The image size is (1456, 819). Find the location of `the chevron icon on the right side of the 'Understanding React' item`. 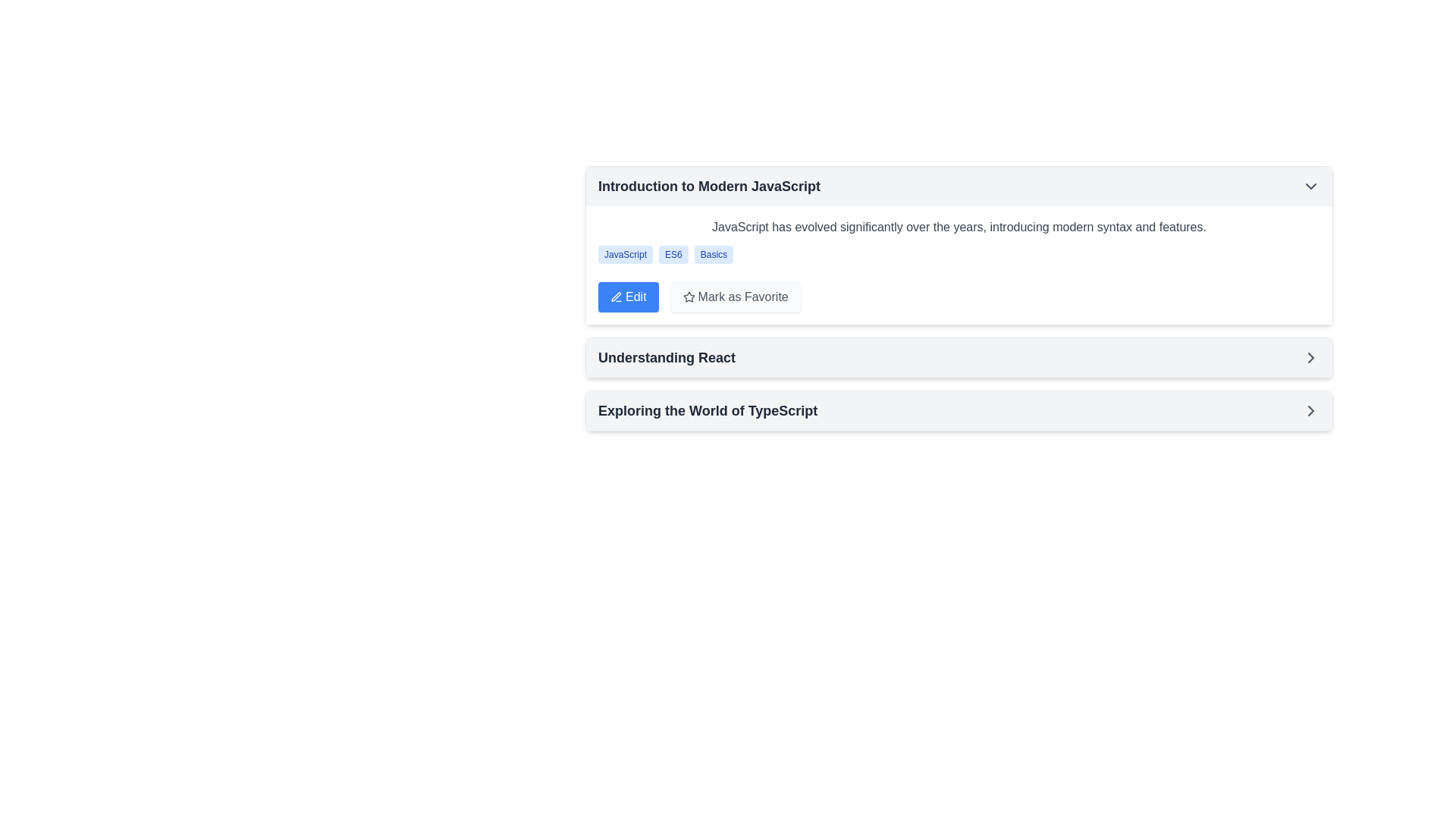

the chevron icon on the right side of the 'Understanding React' item is located at coordinates (1310, 357).